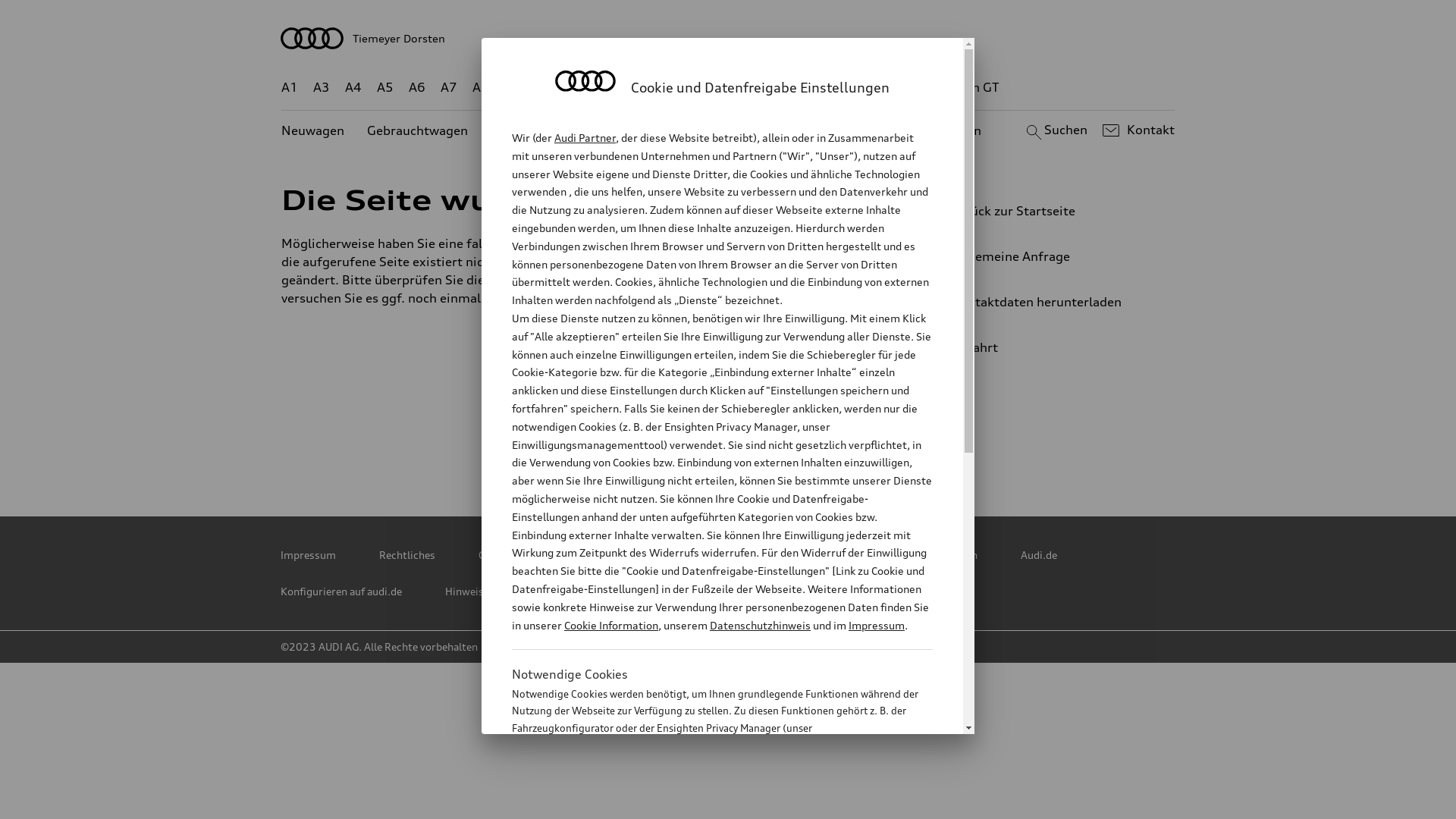  Describe the element at coordinates (417, 130) in the screenshot. I see `'Gebrauchtwagen'` at that location.